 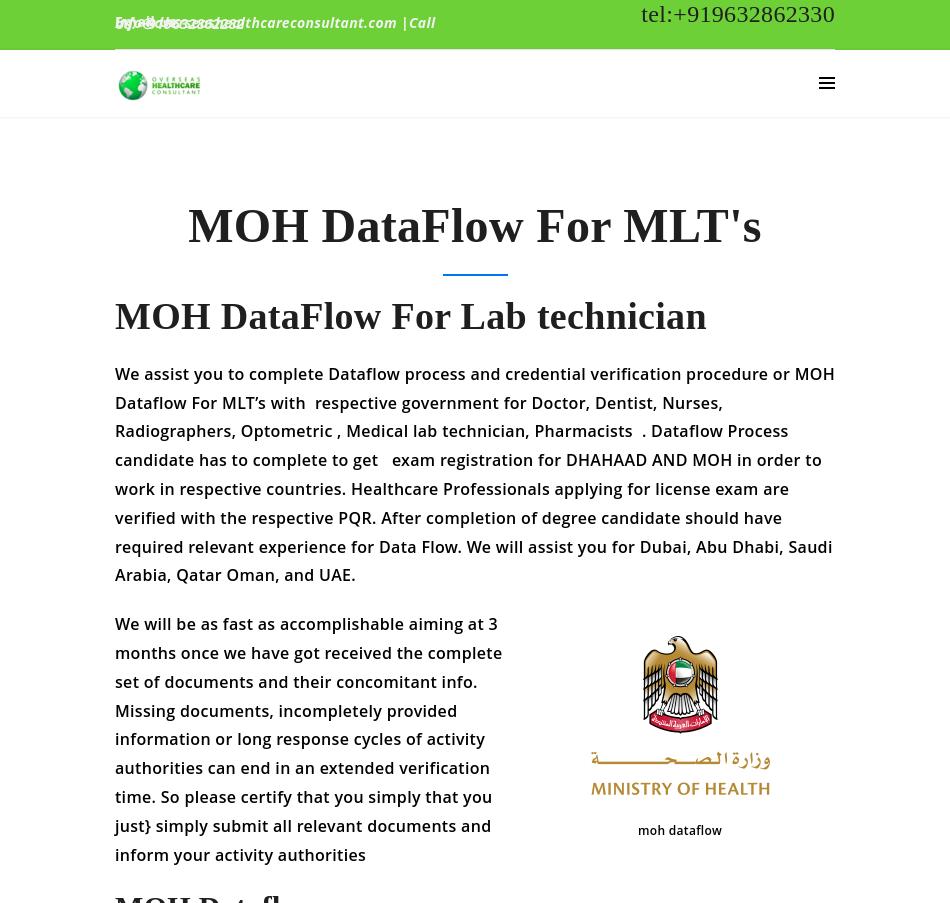 What do you see at coordinates (736, 12) in the screenshot?
I see `'tel:+919632862330'` at bounding box center [736, 12].